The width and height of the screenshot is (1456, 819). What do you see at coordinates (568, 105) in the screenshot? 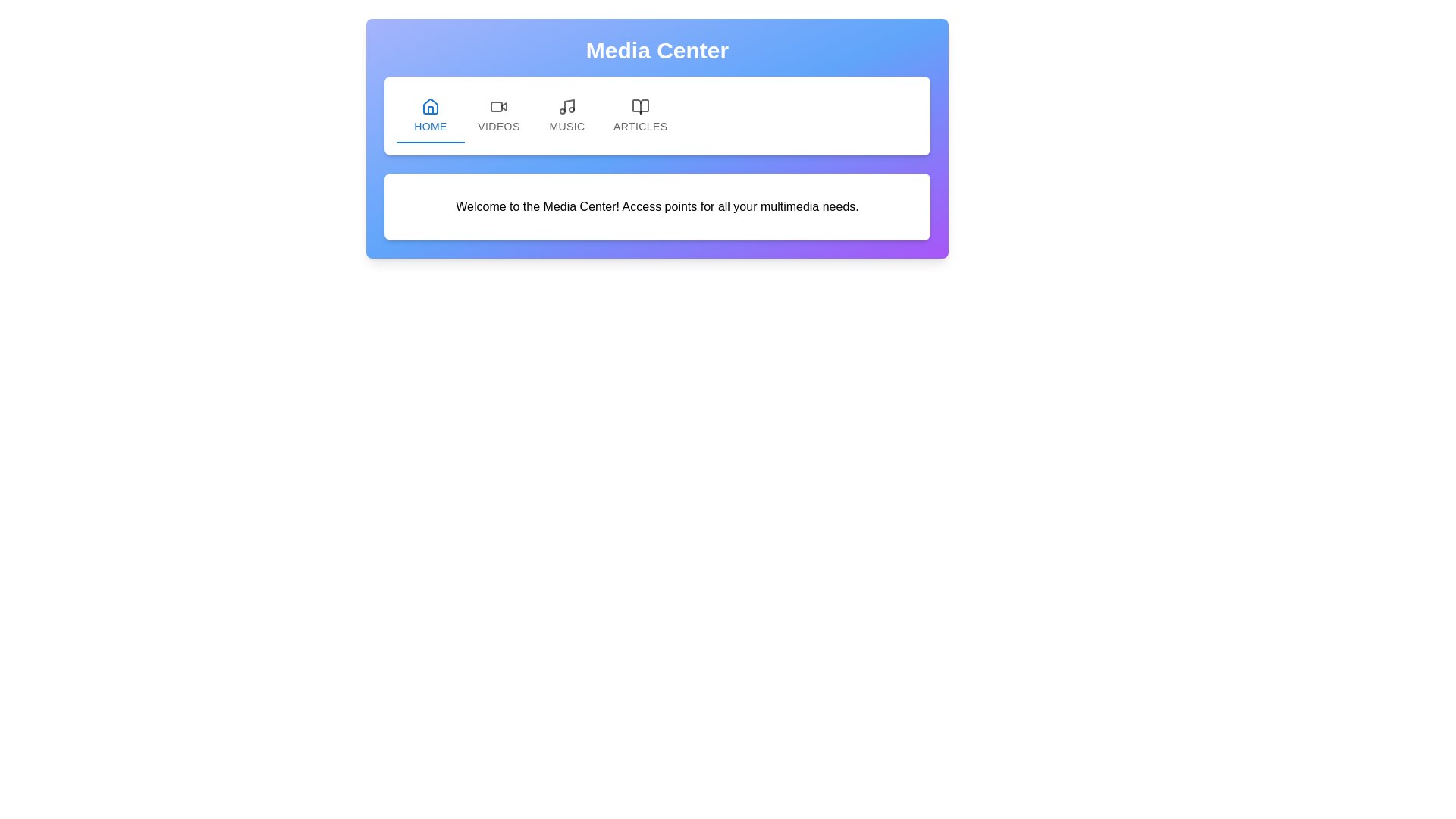
I see `the music note graphic icon which represents the music section in the Media Center, located below the 'MUSIC' text label` at bounding box center [568, 105].